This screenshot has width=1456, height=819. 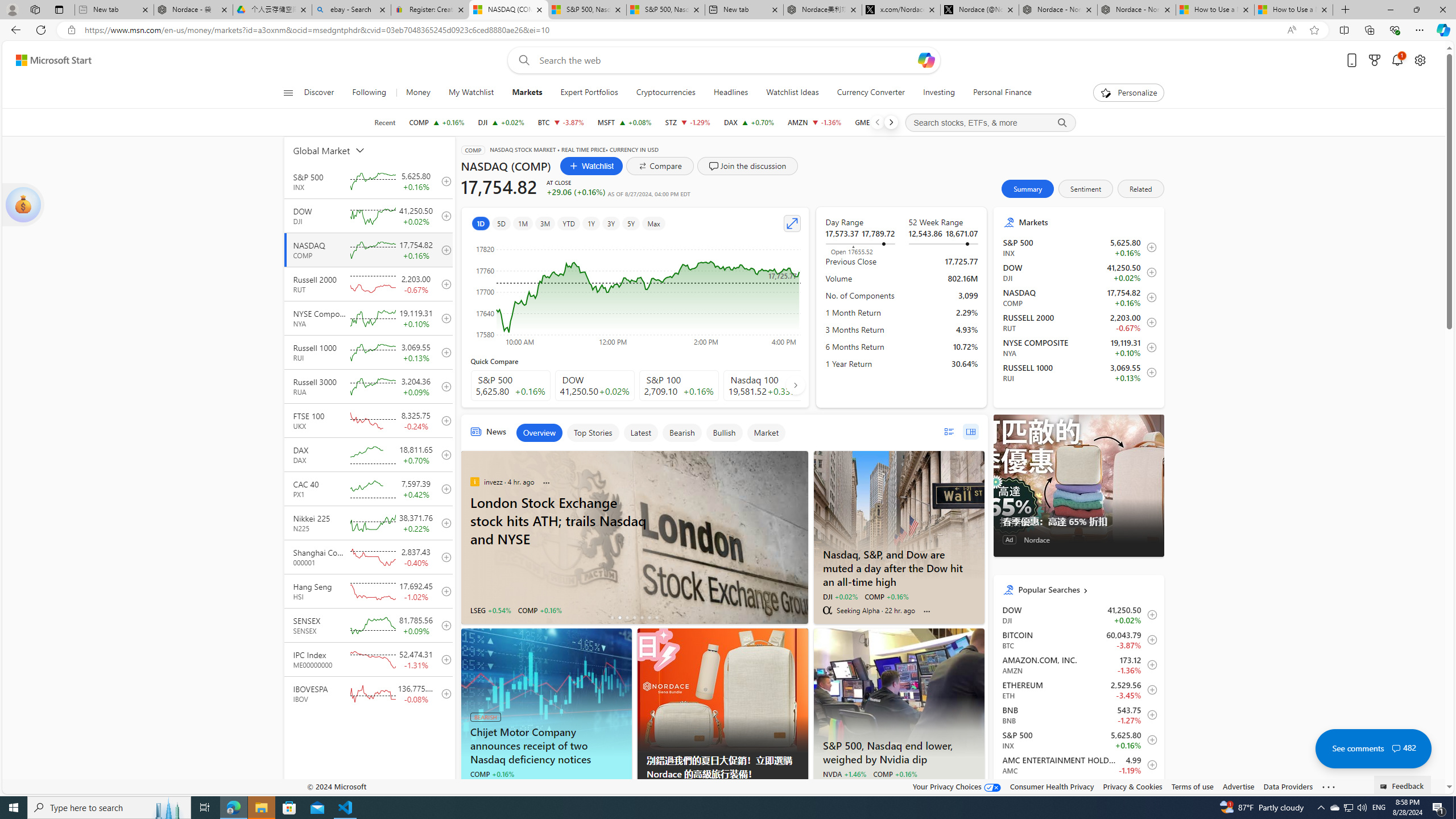 I want to click on 'Watchlist Ideas', so click(x=791, y=92).